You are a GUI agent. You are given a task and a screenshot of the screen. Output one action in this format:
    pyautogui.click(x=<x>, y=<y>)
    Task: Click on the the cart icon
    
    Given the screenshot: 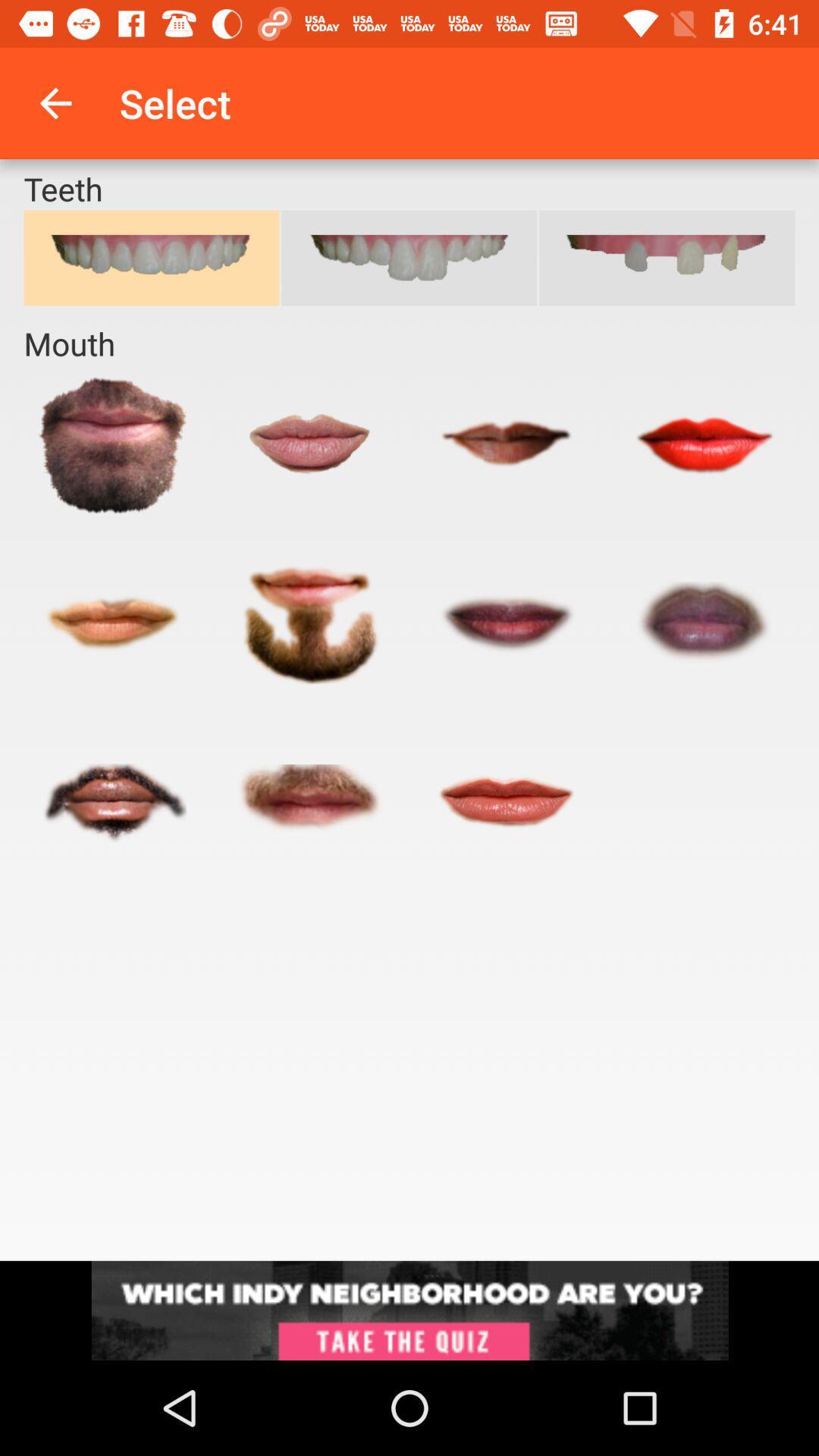 What is the action you would take?
    pyautogui.click(x=151, y=258)
    